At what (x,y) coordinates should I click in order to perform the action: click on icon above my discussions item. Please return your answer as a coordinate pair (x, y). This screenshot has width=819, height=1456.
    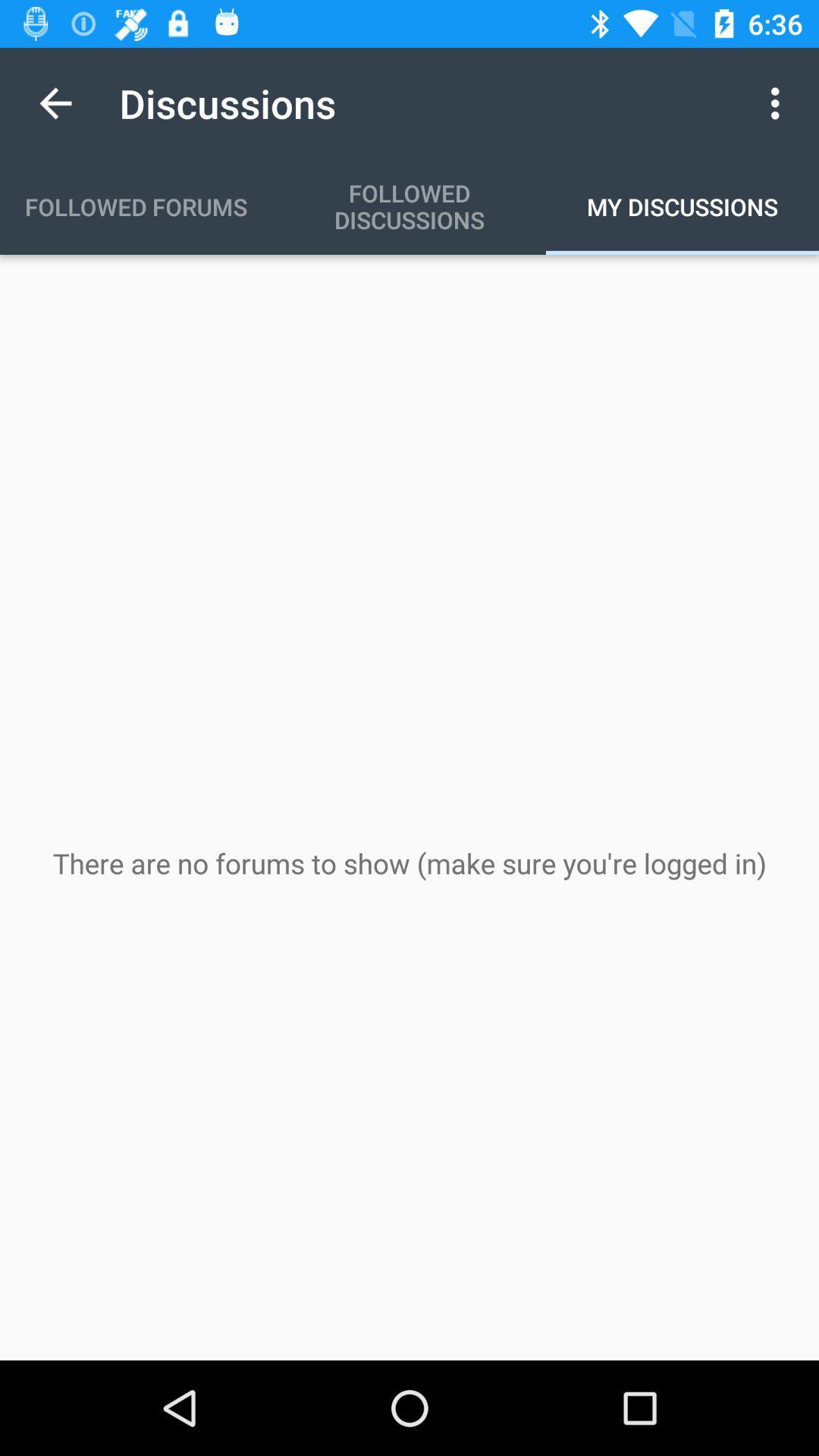
    Looking at the image, I should click on (779, 102).